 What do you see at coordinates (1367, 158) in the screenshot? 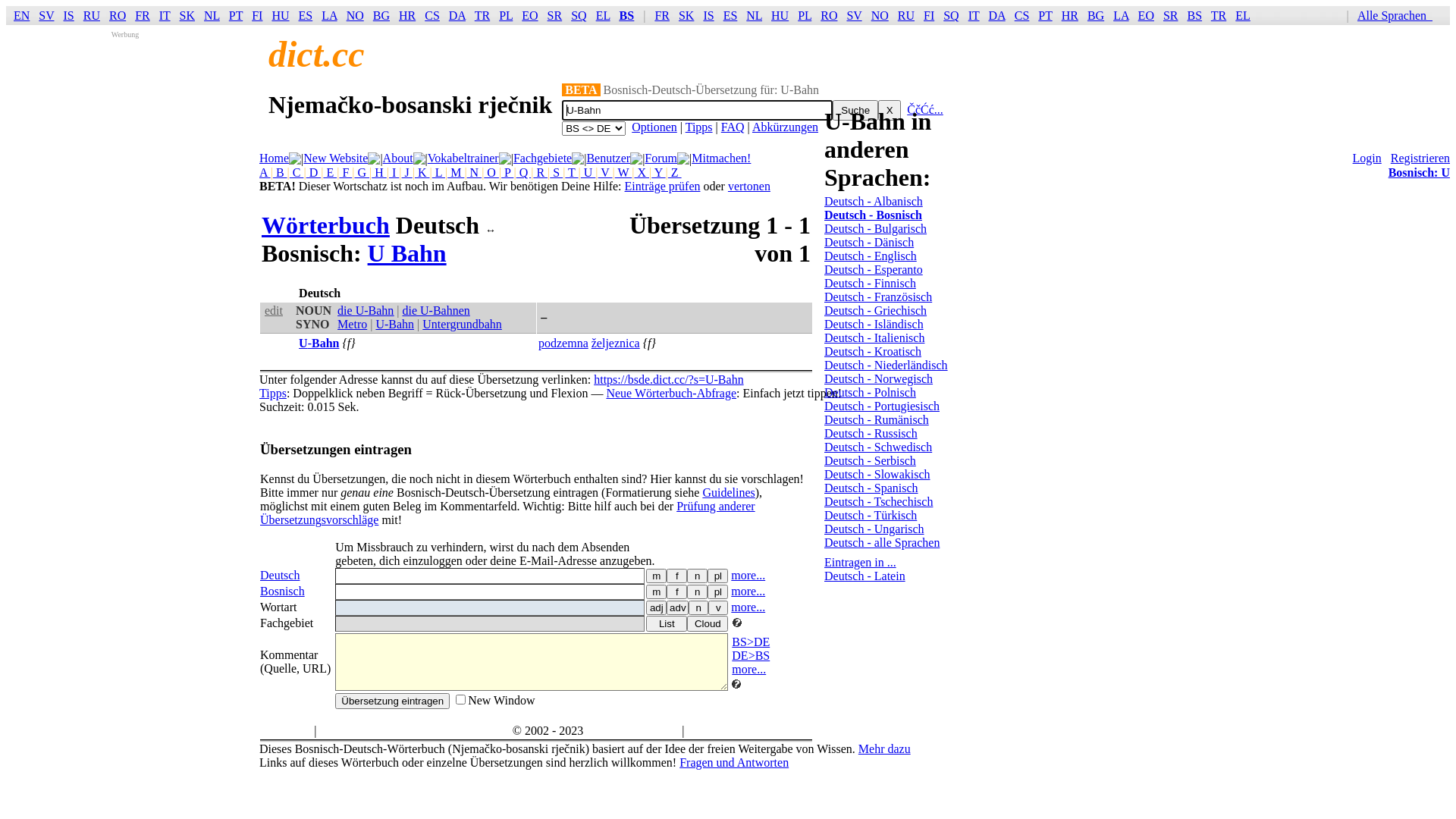
I see `'Login'` at bounding box center [1367, 158].